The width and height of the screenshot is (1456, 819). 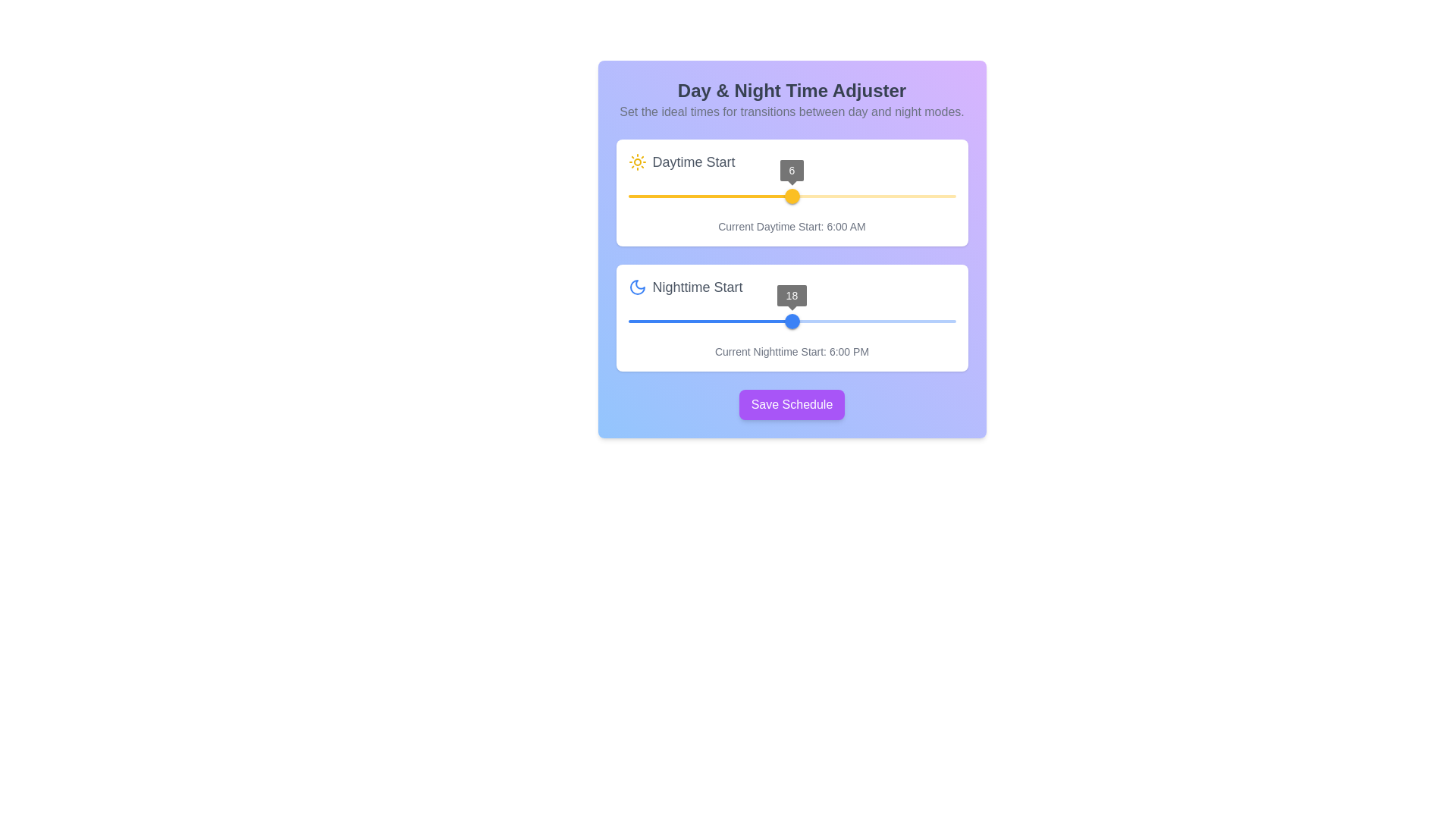 What do you see at coordinates (695, 321) in the screenshot?
I see `the nighttime slider` at bounding box center [695, 321].